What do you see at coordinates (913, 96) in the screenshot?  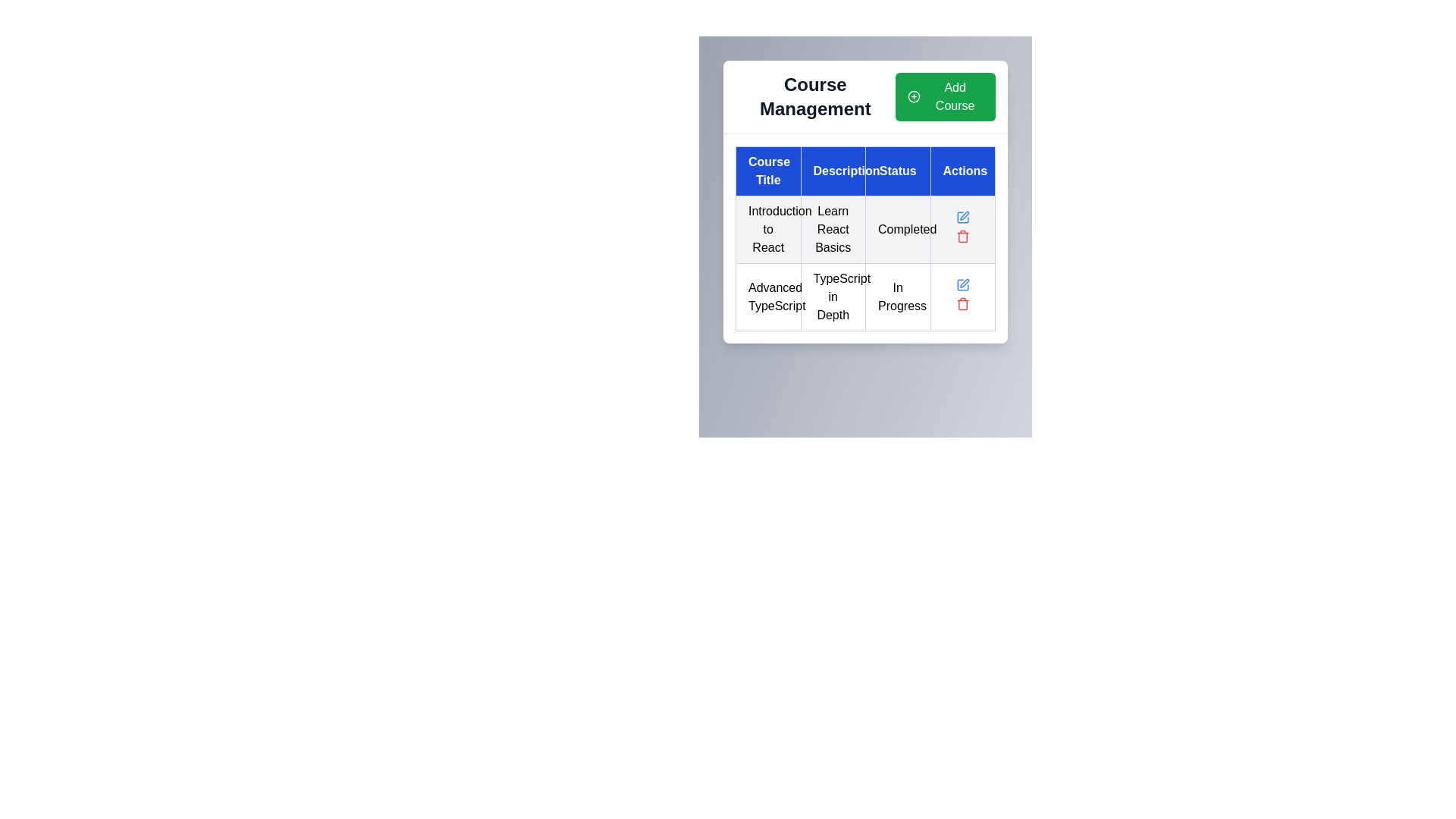 I see `the 'Add Course' button to activate the circular icon with a green outline and white plus symbol located at the top-right corner of the interface` at bounding box center [913, 96].